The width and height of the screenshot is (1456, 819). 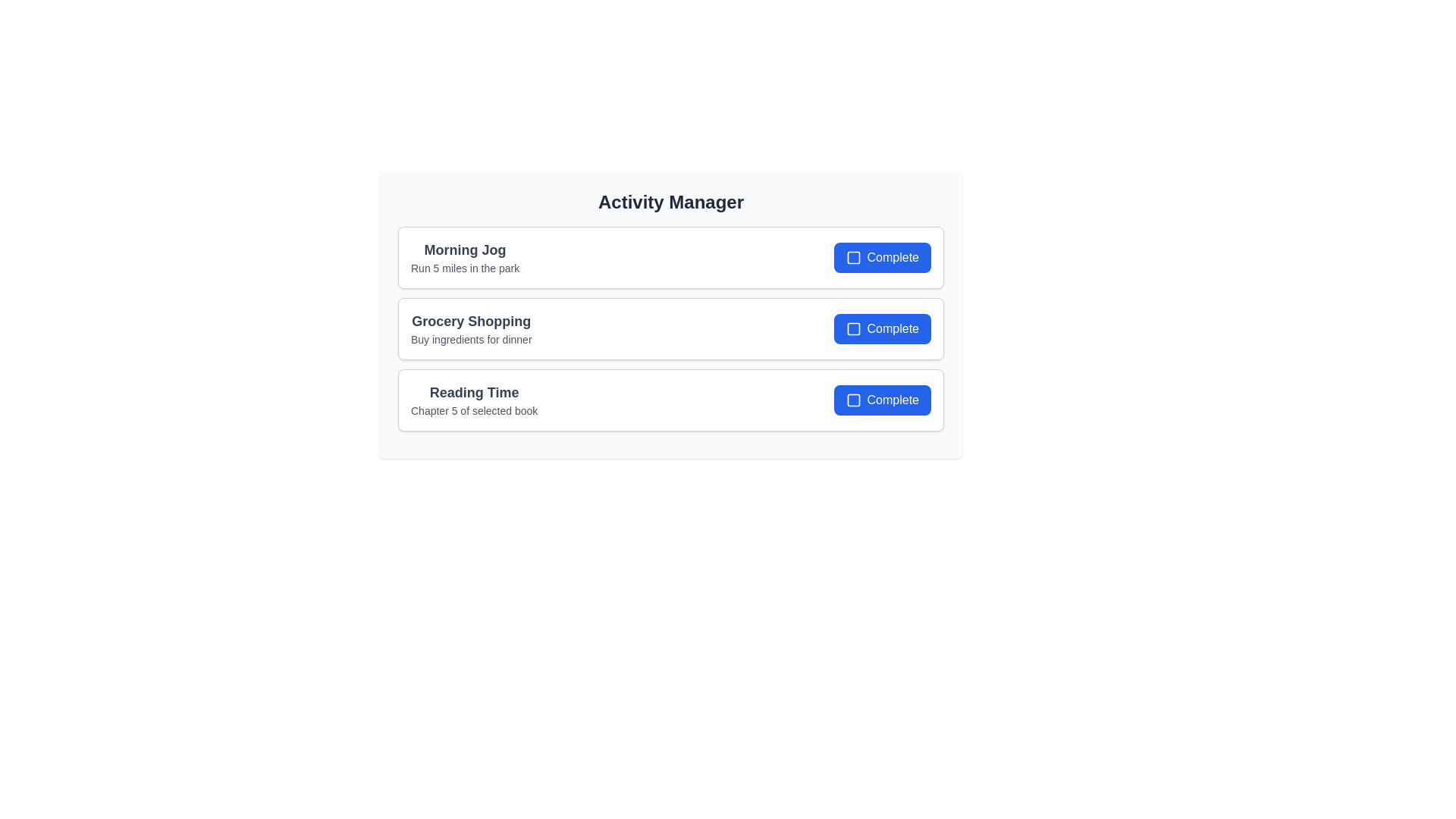 I want to click on the text label that says 'Morning Jog', which is bold and prominent, located above the descriptive text 'Run 5 miles in the park' in the topmost list item, so click(x=464, y=249).